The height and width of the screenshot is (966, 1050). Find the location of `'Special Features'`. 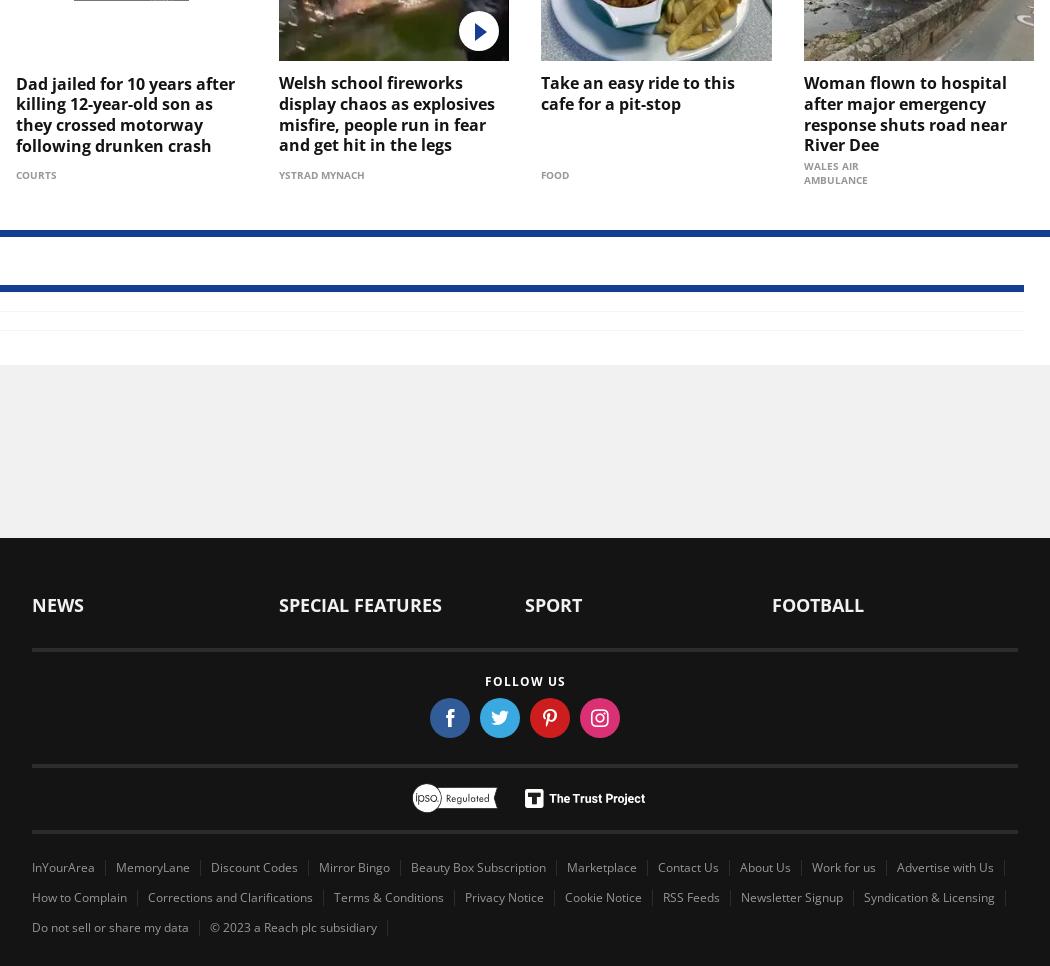

'Special Features' is located at coordinates (358, 605).